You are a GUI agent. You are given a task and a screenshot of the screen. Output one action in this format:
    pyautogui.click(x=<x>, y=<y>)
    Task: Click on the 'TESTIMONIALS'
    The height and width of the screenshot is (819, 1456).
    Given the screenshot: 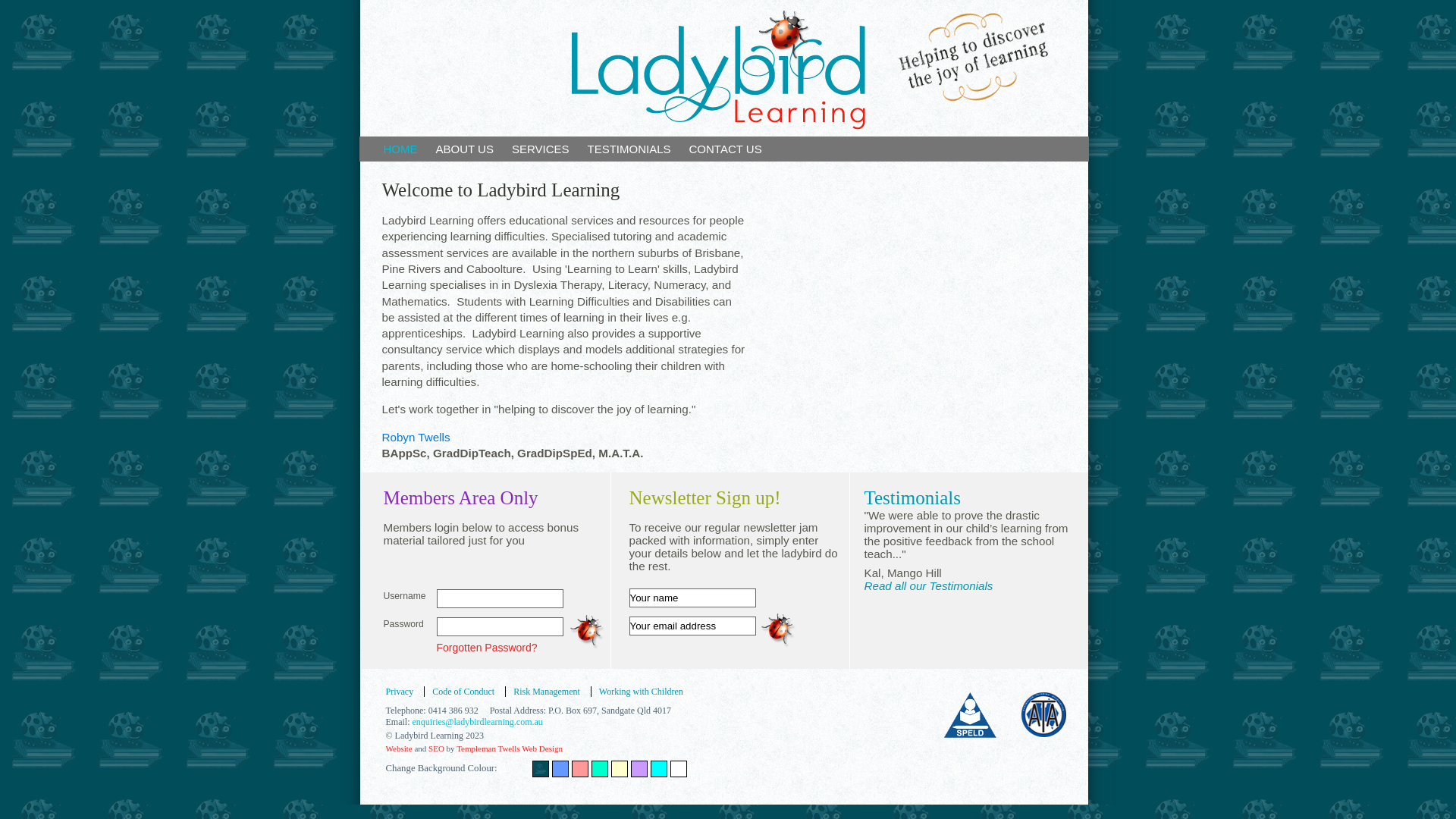 What is the action you would take?
    pyautogui.click(x=629, y=149)
    